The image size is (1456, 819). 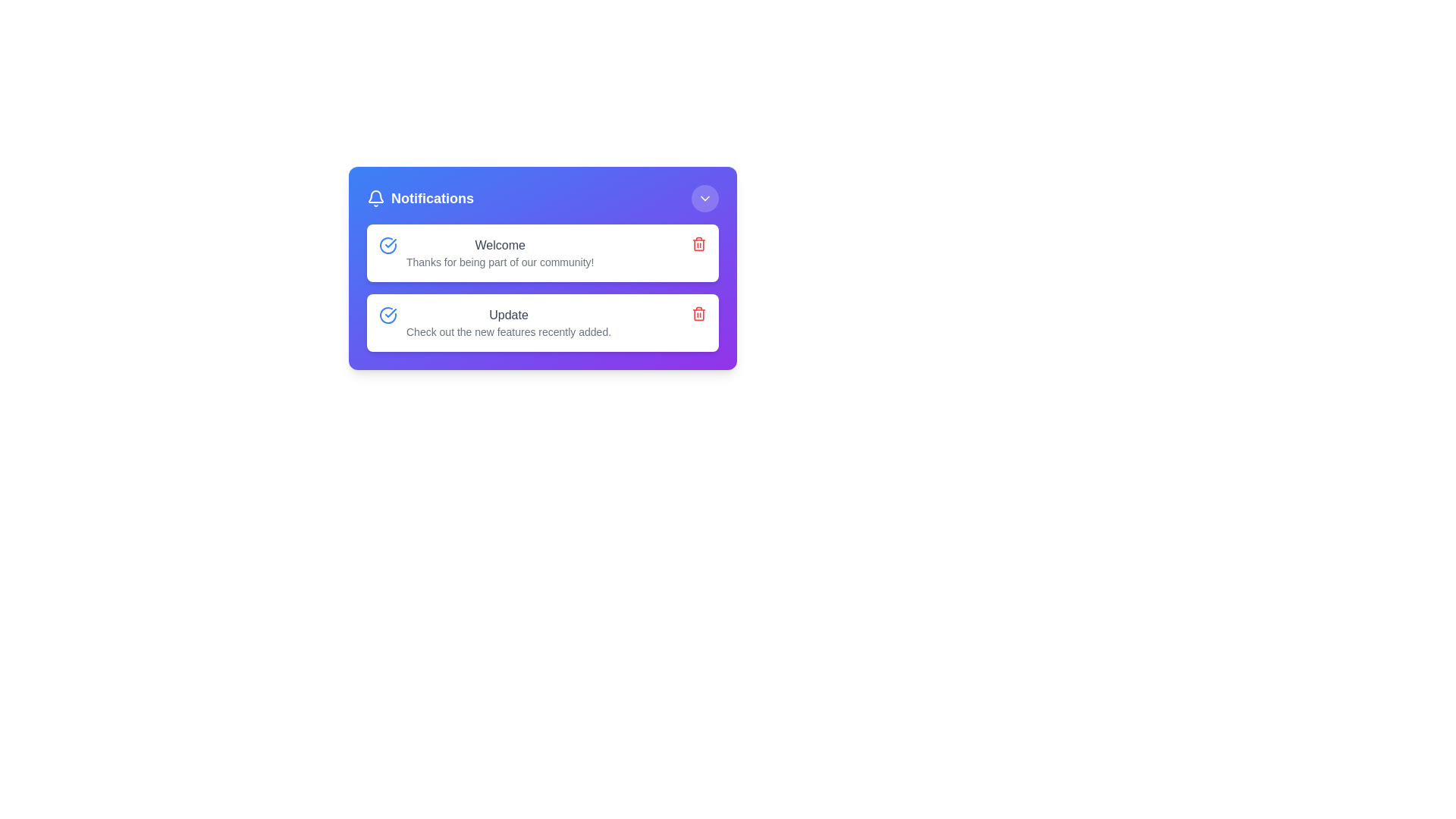 I want to click on the Text label that provides additional information or updates related to the 'Update' notification, located directly below the 'Update' label in the second notification entry of the notification panel, so click(x=509, y=331).